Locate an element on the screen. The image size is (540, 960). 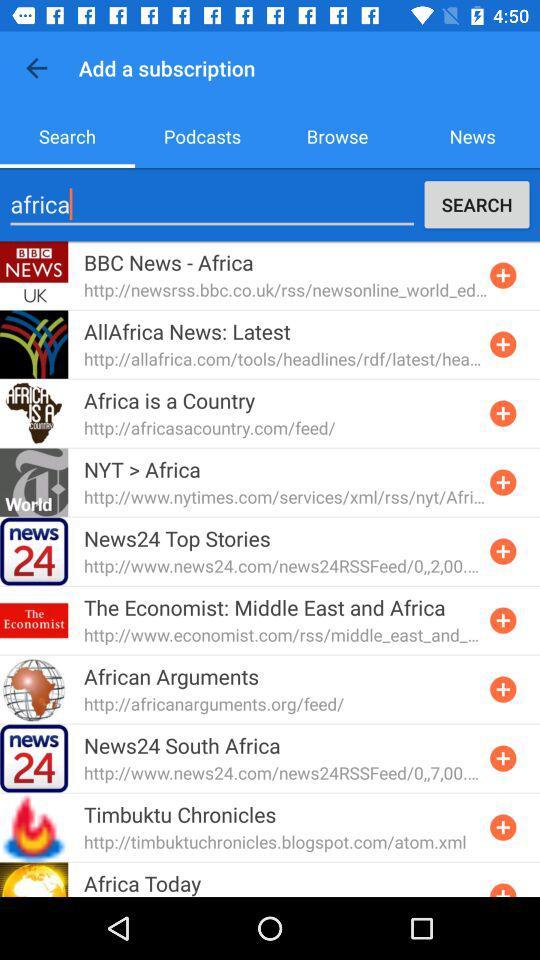
the news24 south africa item is located at coordinates (182, 744).